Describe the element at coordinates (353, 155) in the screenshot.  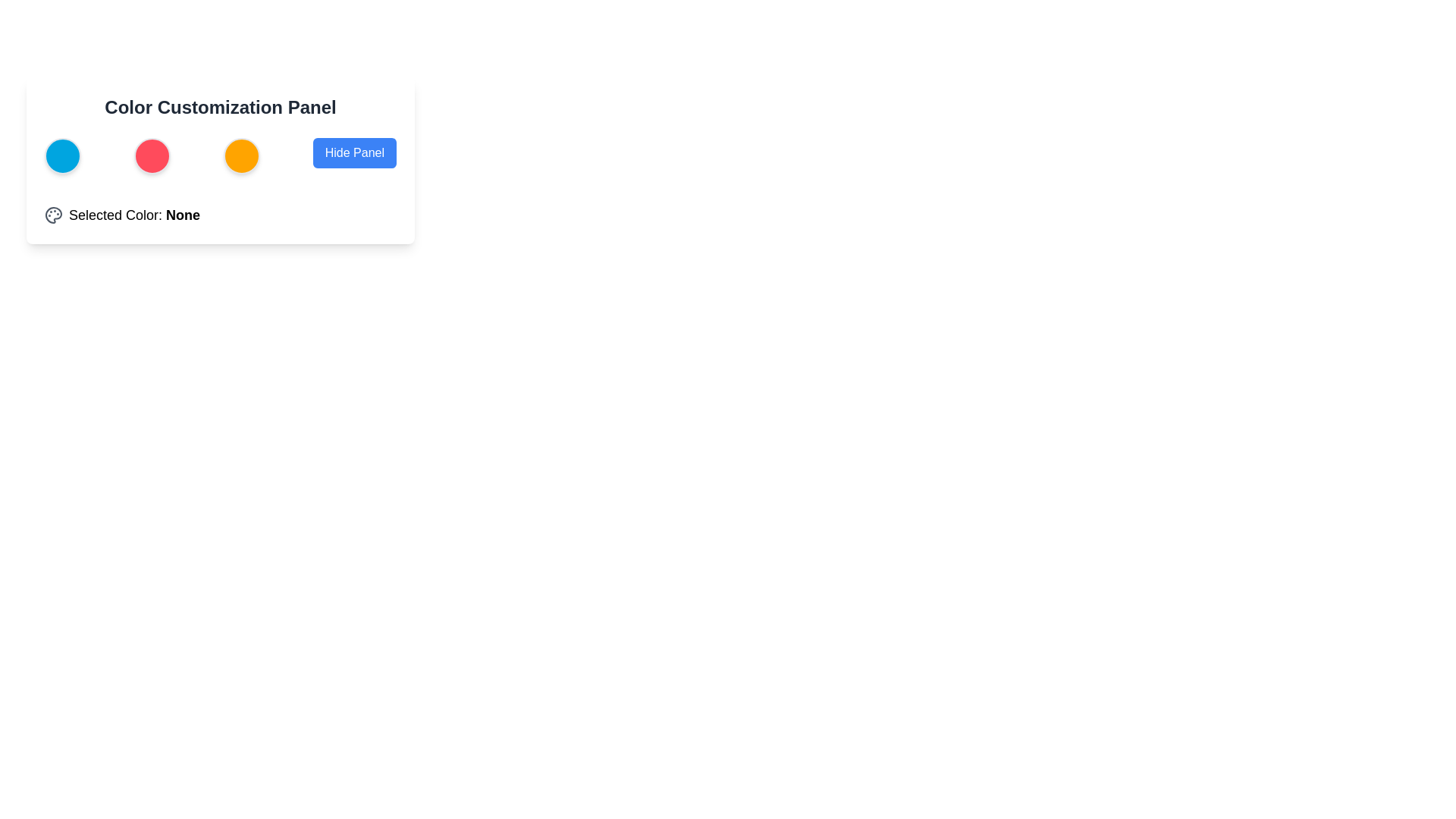
I see `the 'Hide Panel' button` at that location.